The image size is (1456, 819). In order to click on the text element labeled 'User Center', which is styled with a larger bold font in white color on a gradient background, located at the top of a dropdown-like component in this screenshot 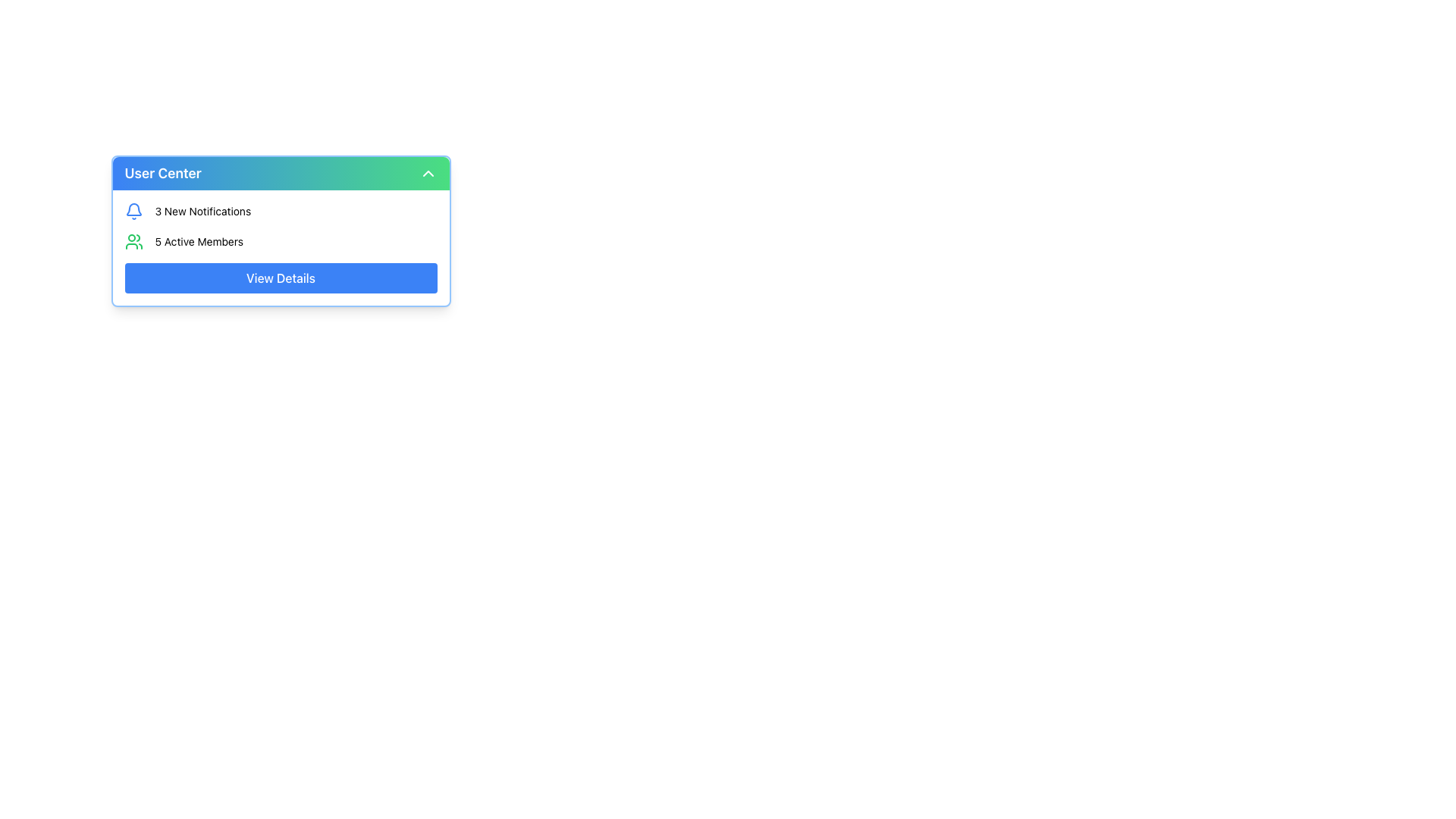, I will do `click(163, 172)`.